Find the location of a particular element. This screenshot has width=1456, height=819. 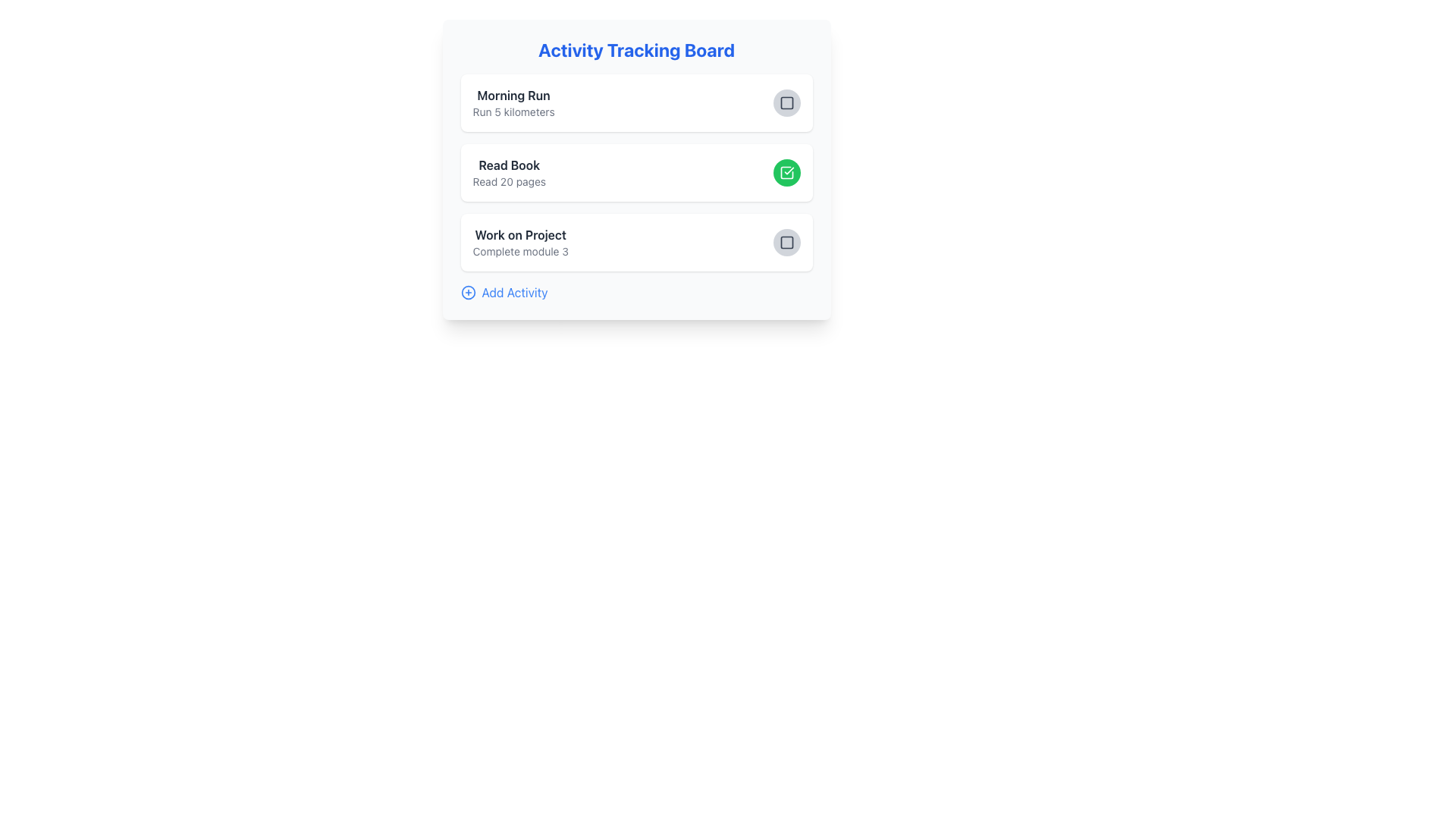

the 'Add New Activity' button located at the bottom of the 'Activity Tracking Board' section to initiate adding a new activity is located at coordinates (504, 292).